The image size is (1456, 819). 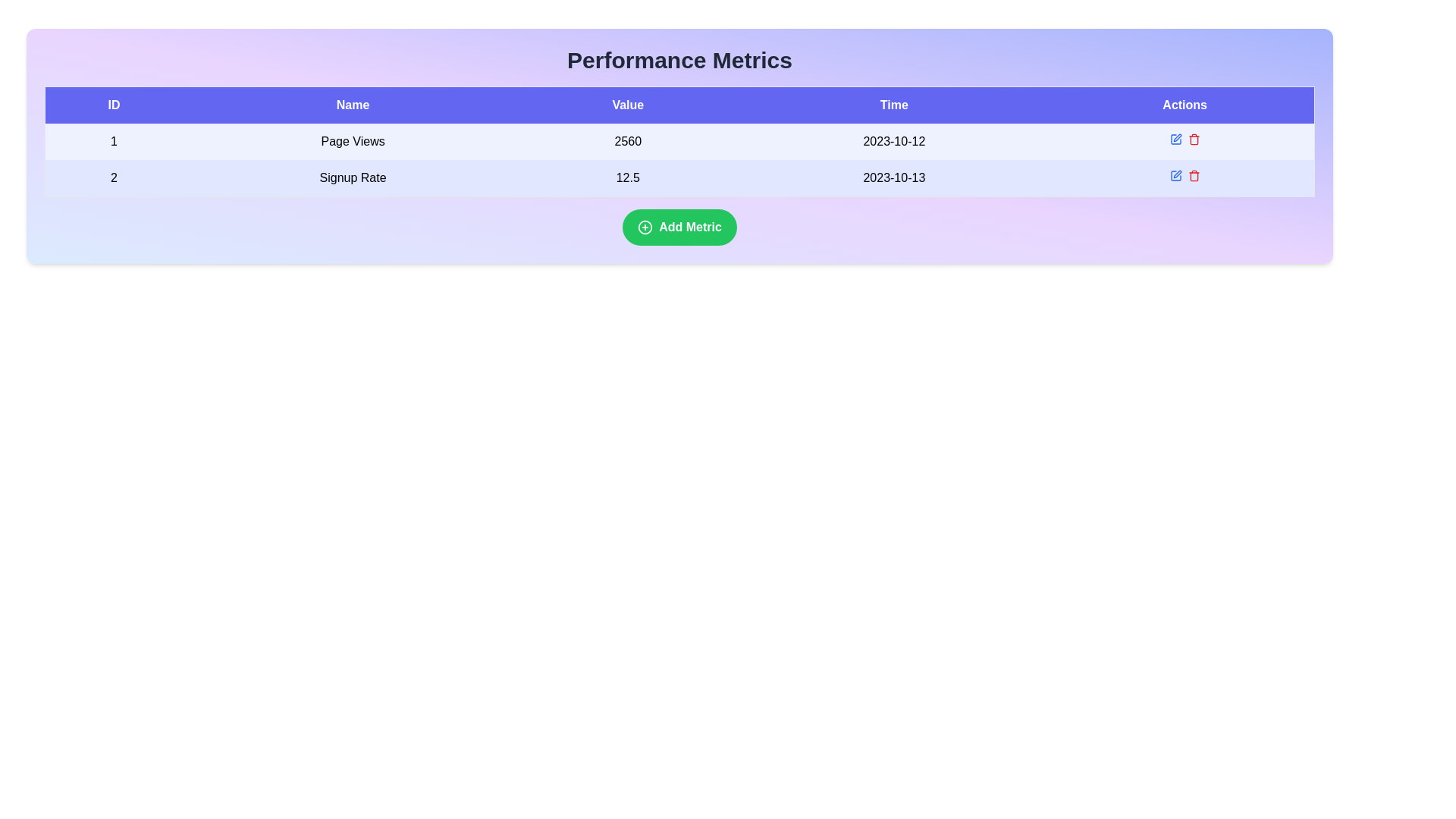 What do you see at coordinates (1193, 174) in the screenshot?
I see `the trash bin icon in the 'Actions' column of the second row of the table to change its style` at bounding box center [1193, 174].